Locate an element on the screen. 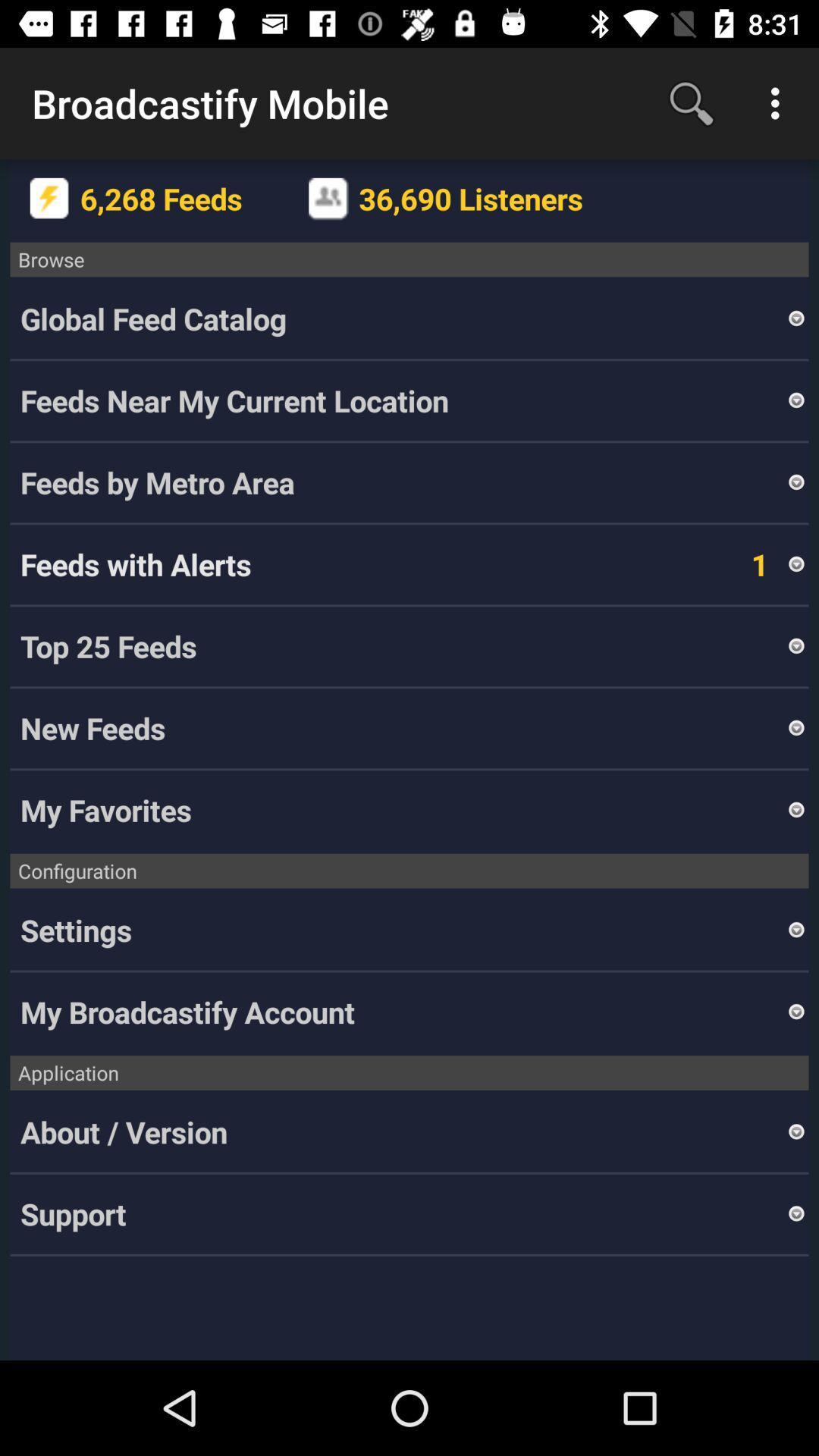  icon below the feeds by metro is located at coordinates (737, 563).